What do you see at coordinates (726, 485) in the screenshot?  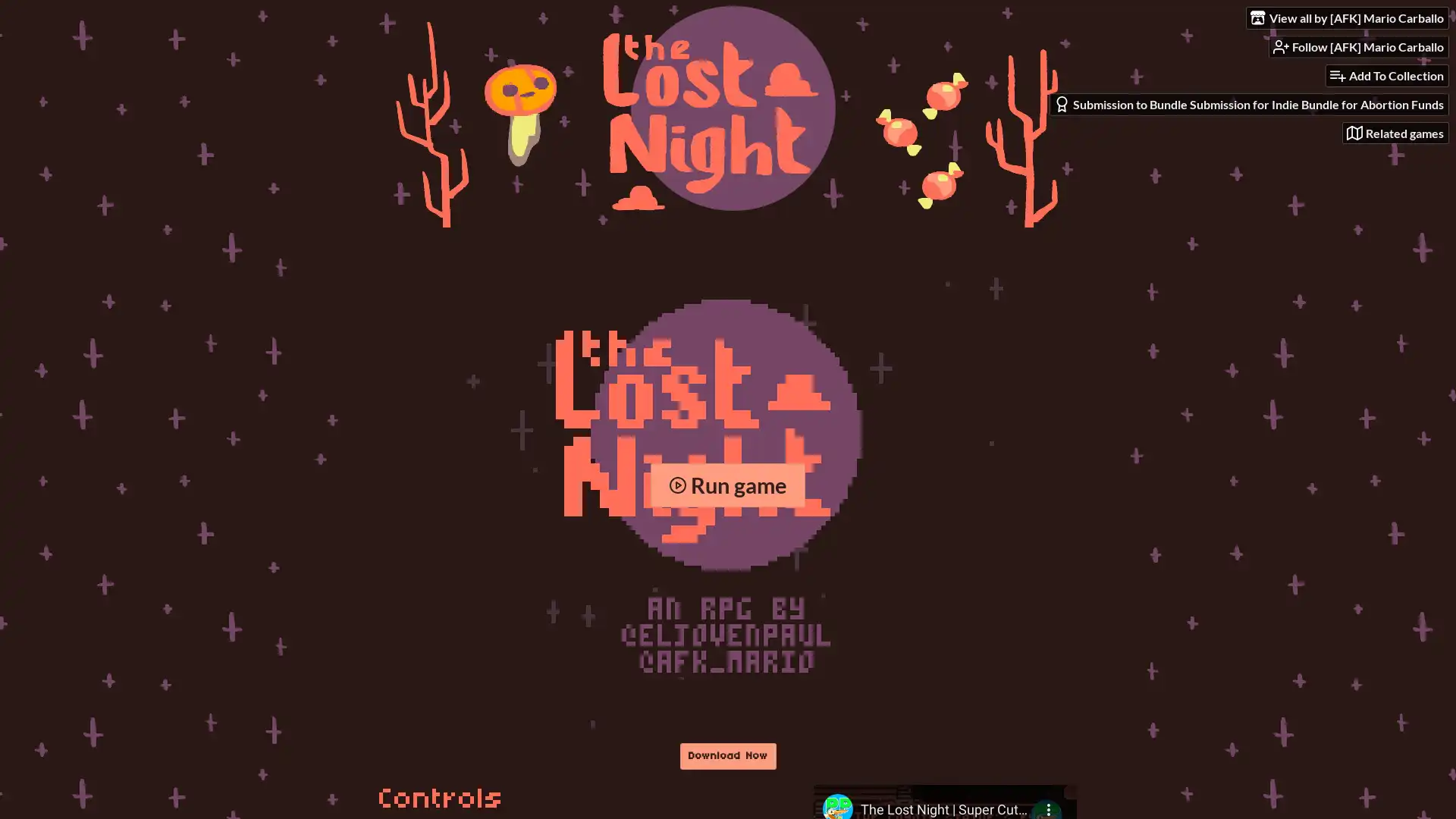 I see `Run game` at bounding box center [726, 485].